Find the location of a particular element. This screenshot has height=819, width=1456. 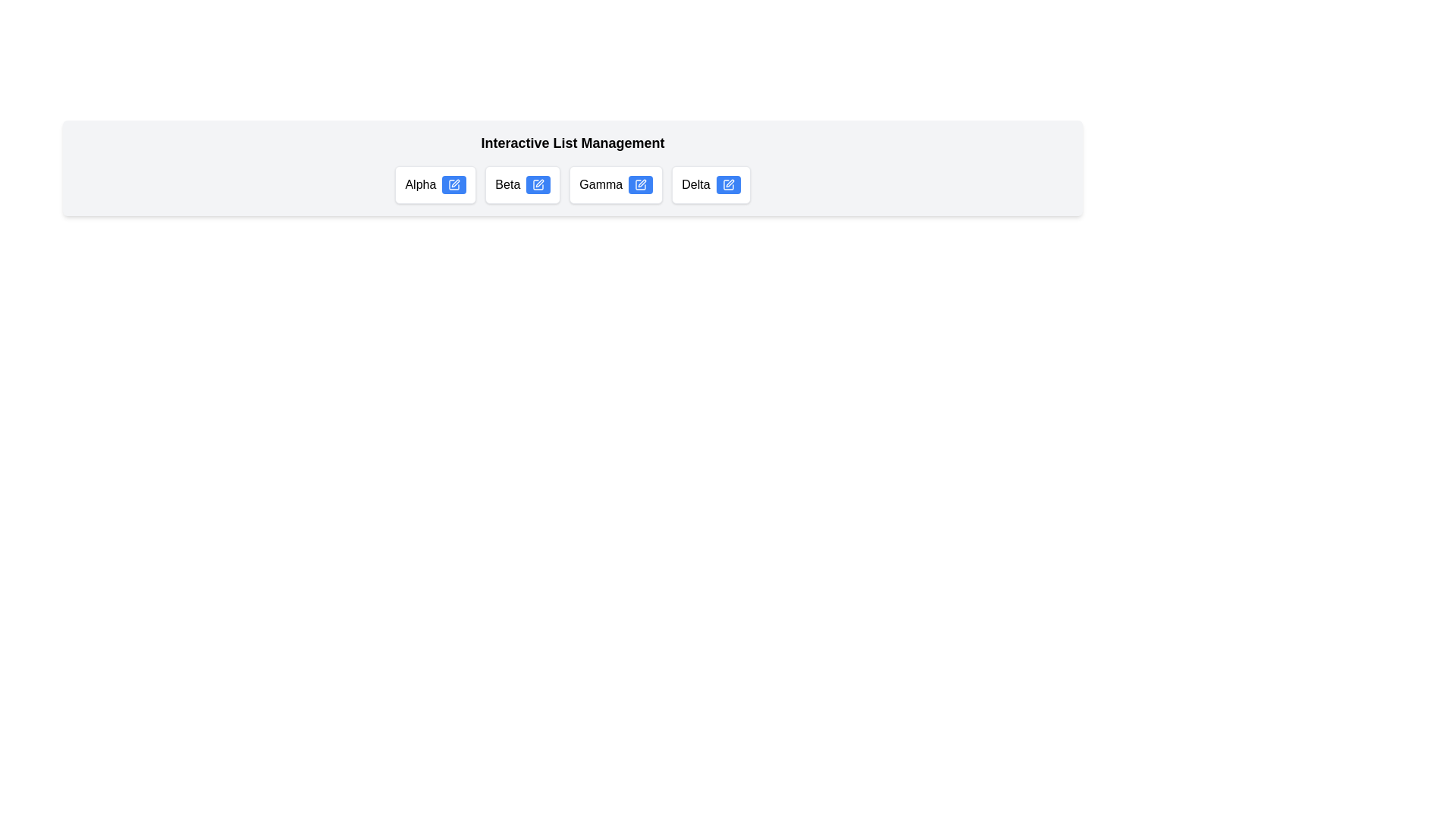

the left icon within the interactive button labeled 'Beta' is located at coordinates (538, 184).